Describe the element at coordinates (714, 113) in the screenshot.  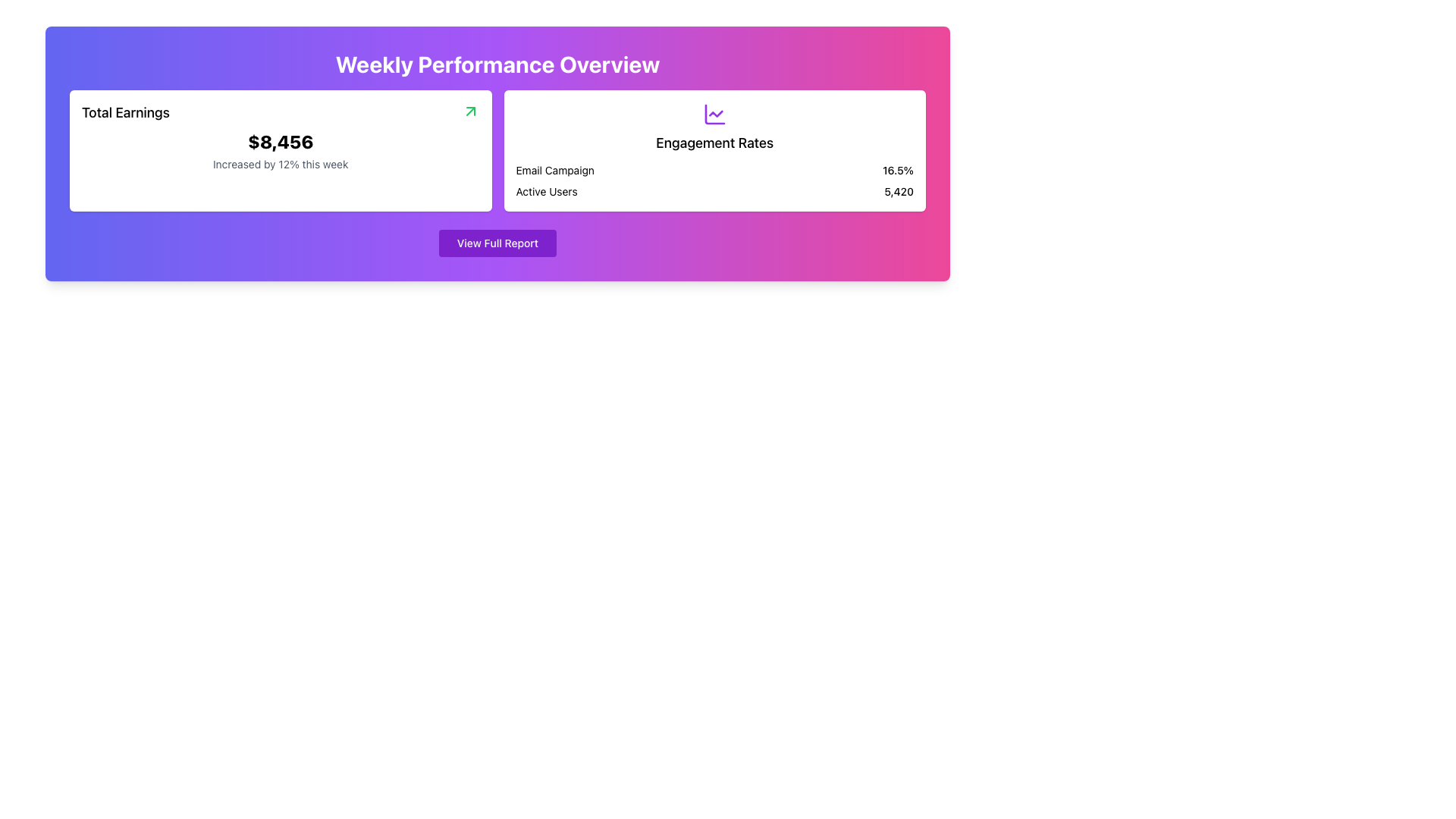
I see `the SVG icon representing a line chart, which is located at the top-right of the 'Engagement Rates' card, above its descriptive text and numerical information` at that location.